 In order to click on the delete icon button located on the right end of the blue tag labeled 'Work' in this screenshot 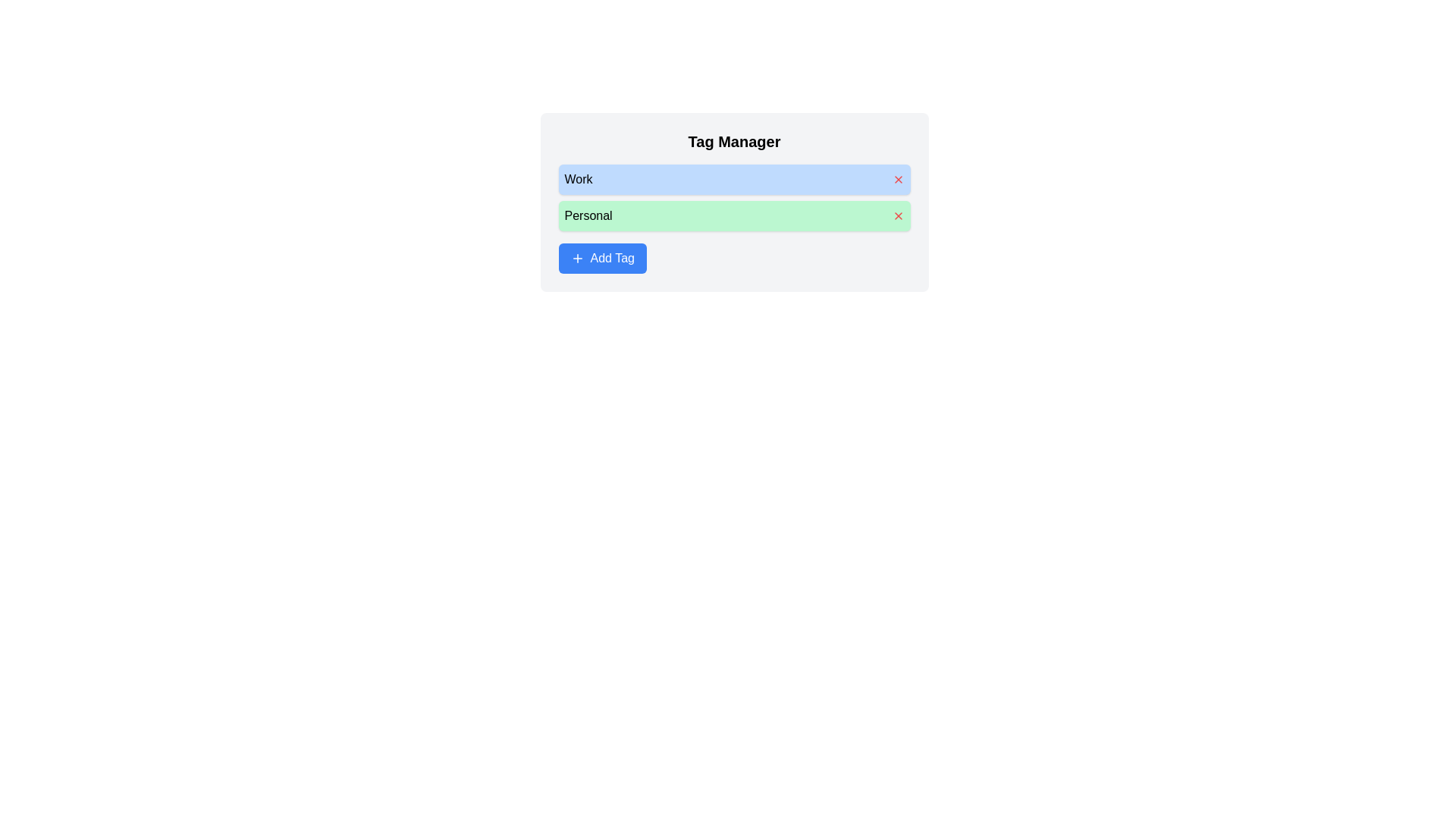, I will do `click(898, 178)`.